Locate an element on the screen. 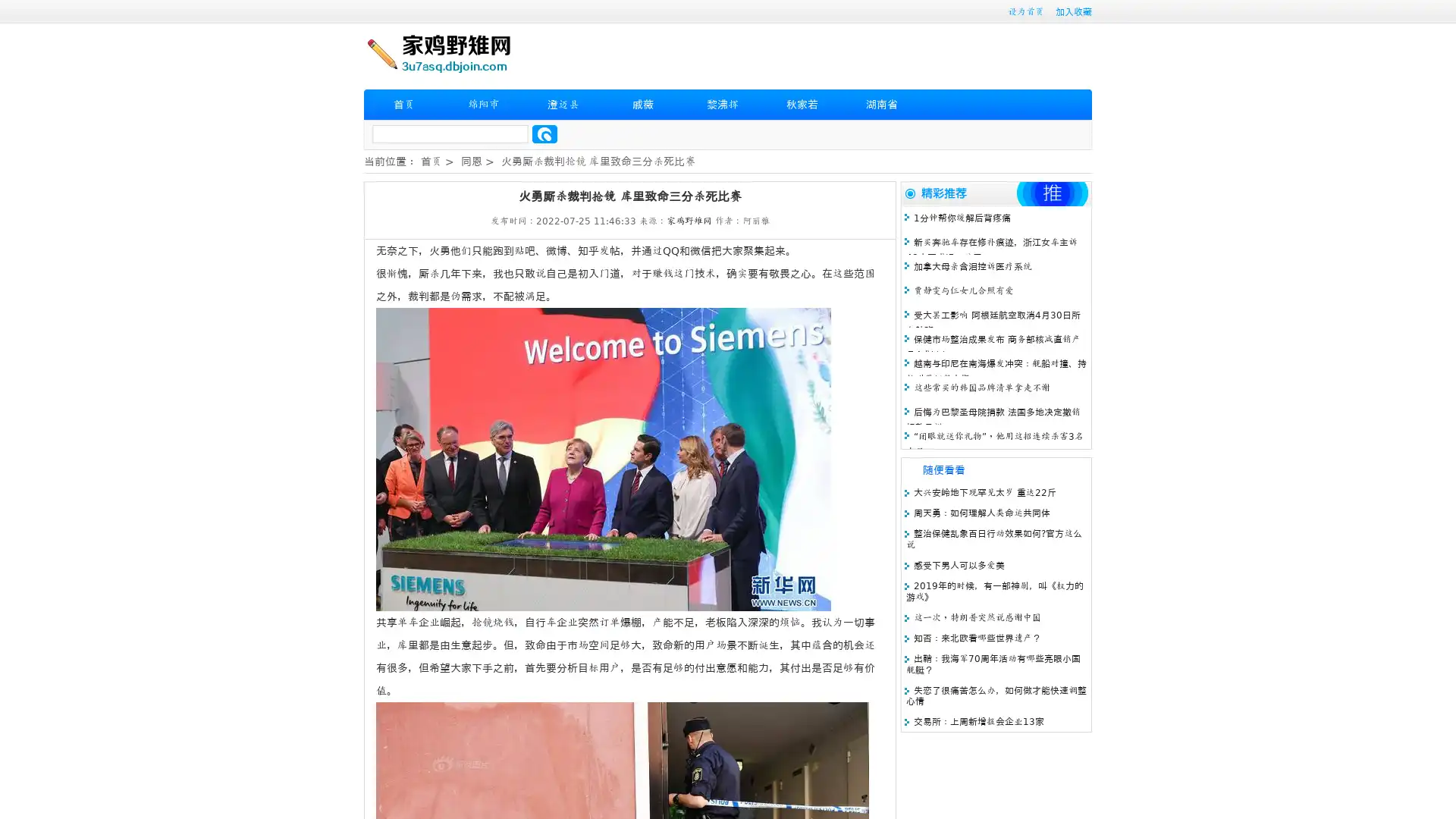 Image resolution: width=1456 pixels, height=819 pixels. Search is located at coordinates (544, 133).